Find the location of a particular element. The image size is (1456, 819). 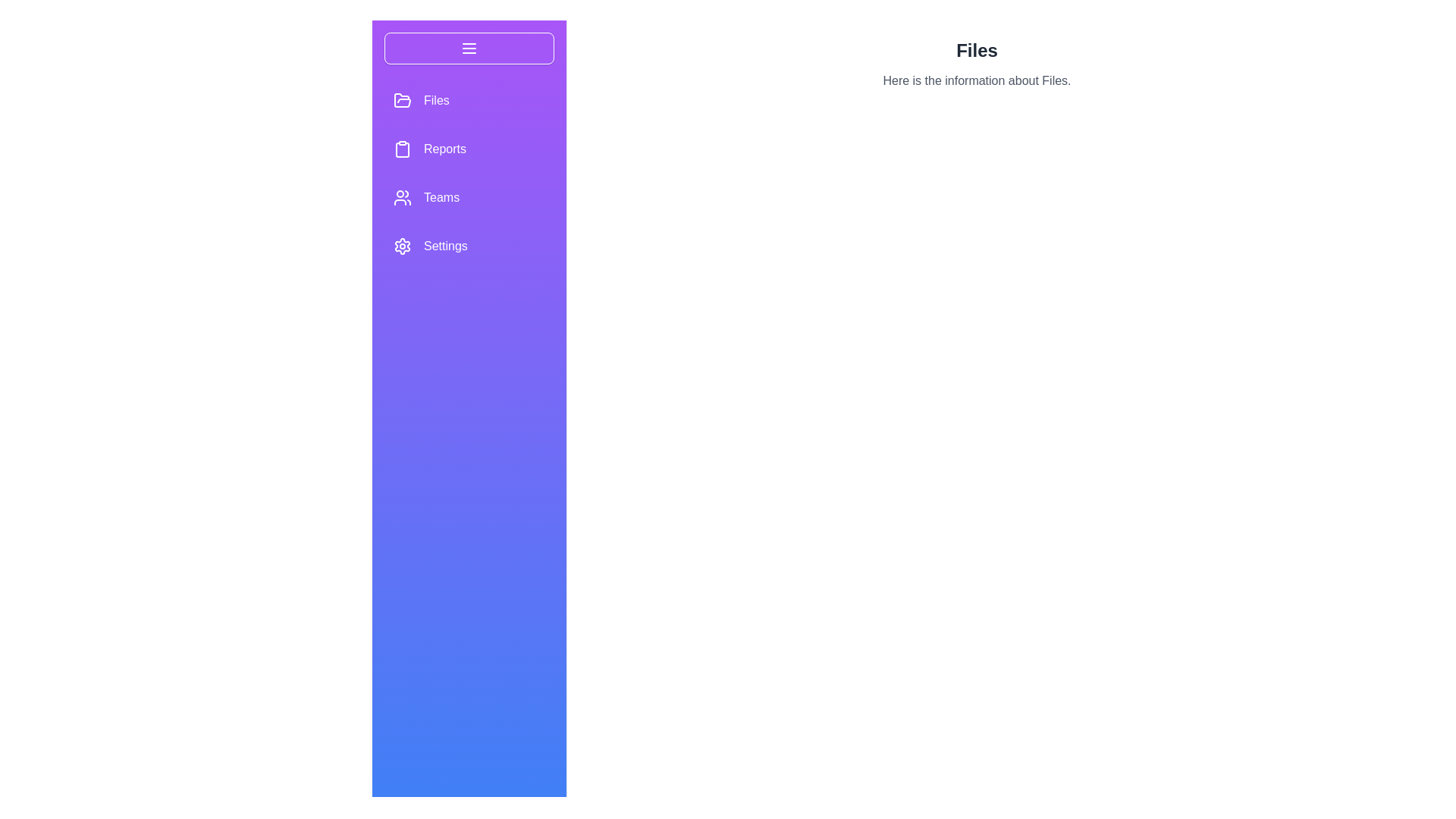

the menu option Teams to display its hover effect is located at coordinates (469, 197).